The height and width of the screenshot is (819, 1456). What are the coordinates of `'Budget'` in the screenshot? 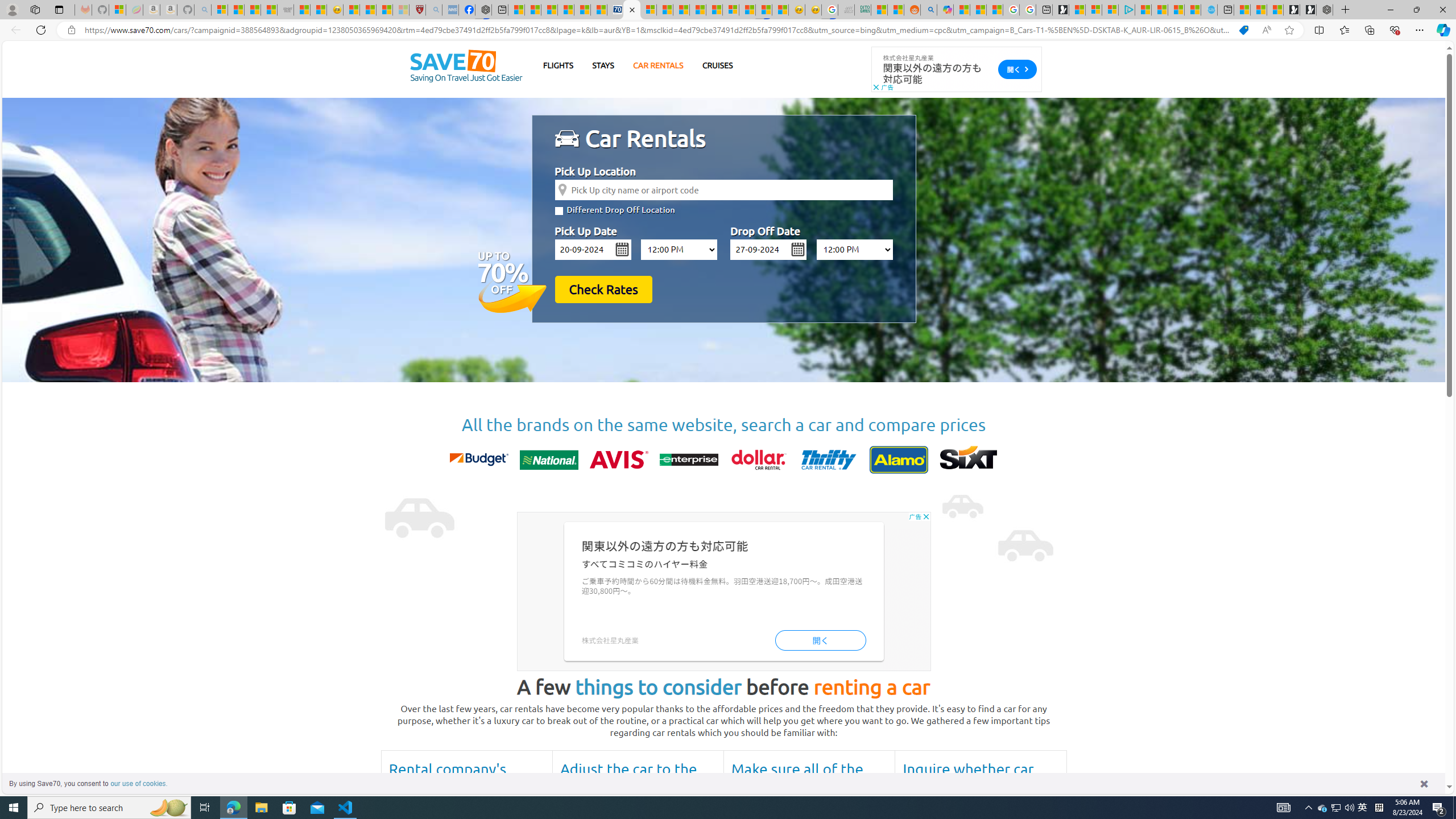 It's located at (478, 460).